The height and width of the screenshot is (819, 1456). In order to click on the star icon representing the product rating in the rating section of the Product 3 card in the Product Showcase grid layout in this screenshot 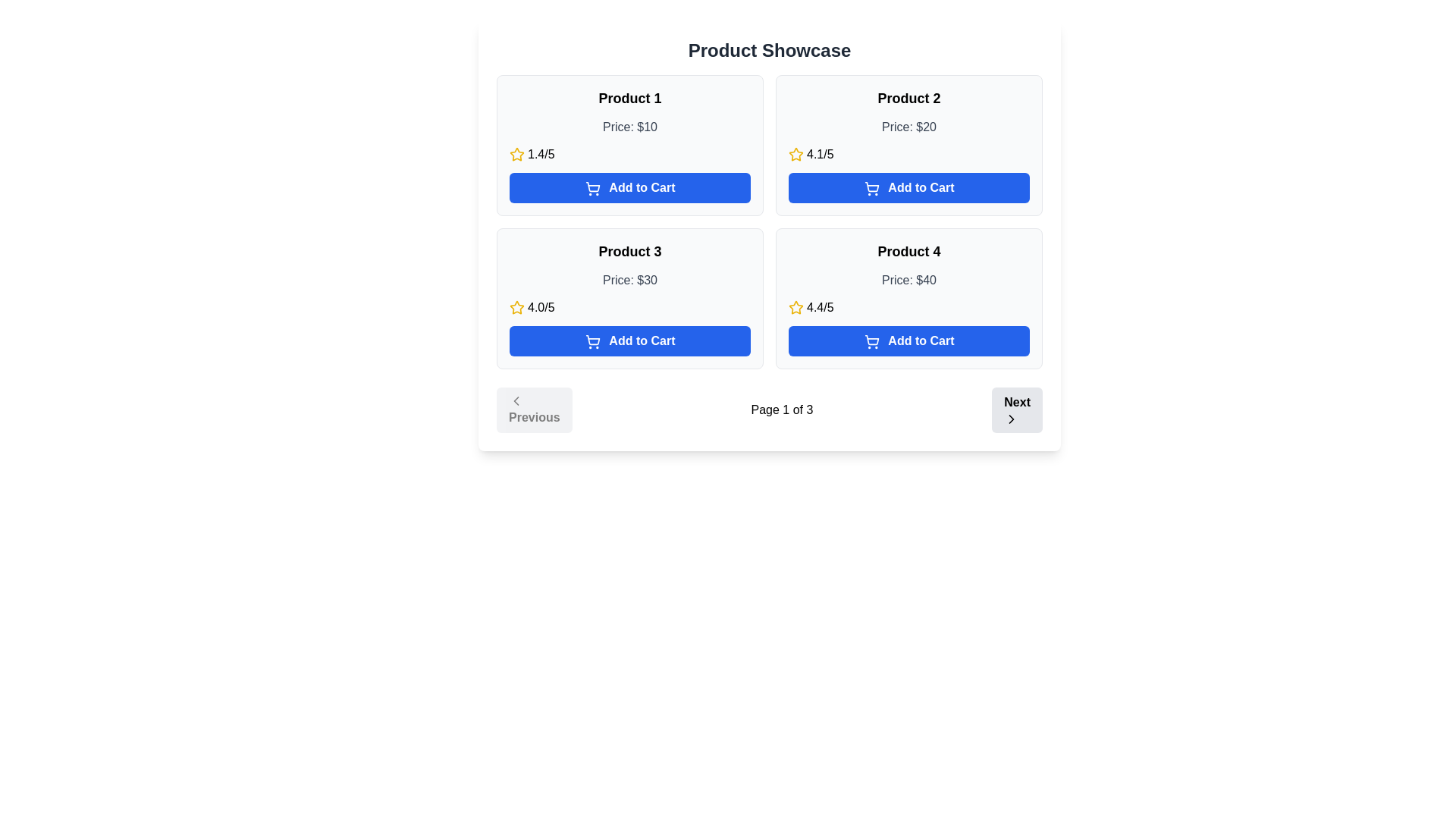, I will do `click(516, 307)`.